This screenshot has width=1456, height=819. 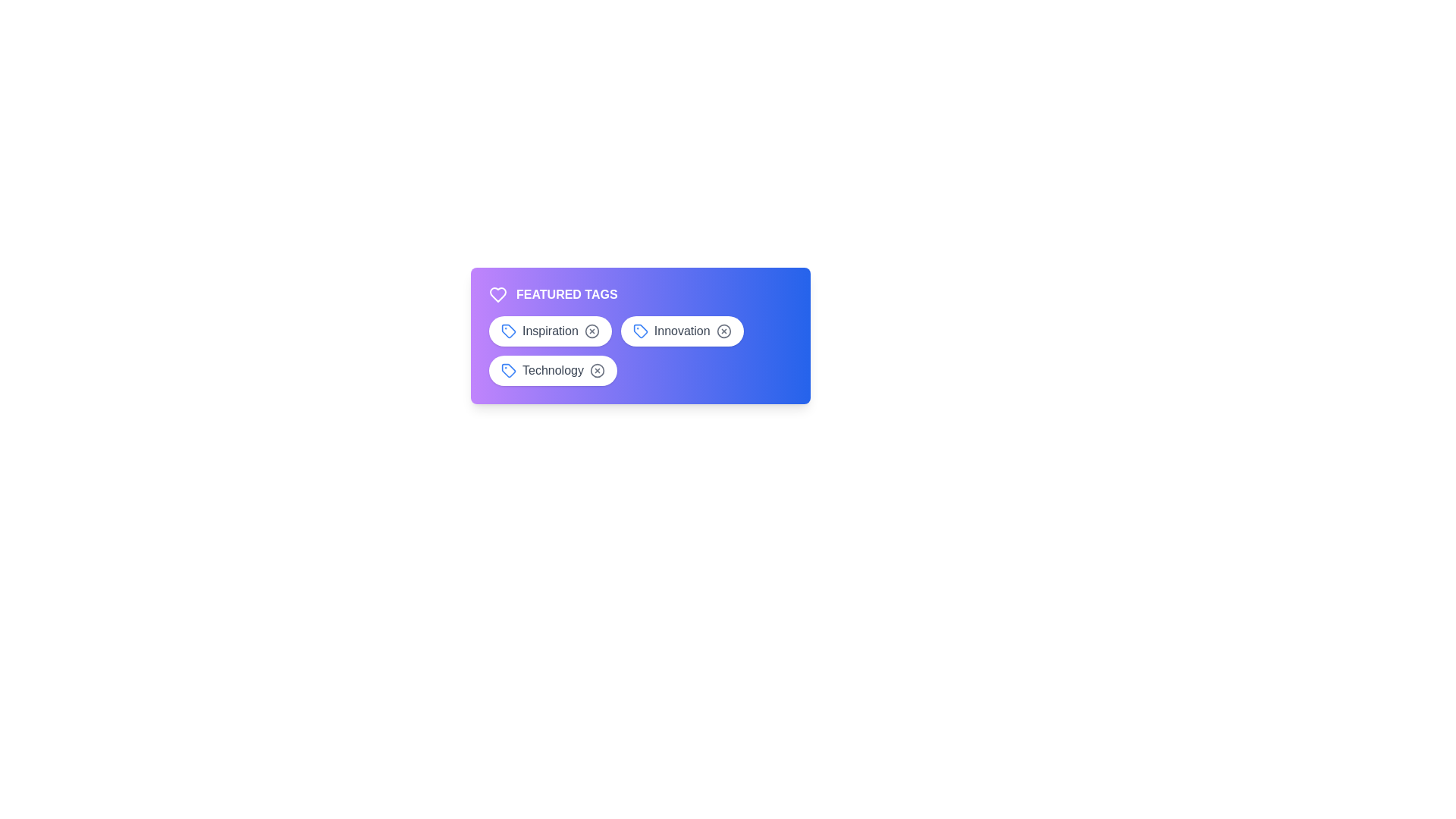 What do you see at coordinates (549, 330) in the screenshot?
I see `the text label displaying 'Inspiration' in a medium, gray font style, which is positioned within a rounded white tag with a shadow effect in the top-left corner of the tag group` at bounding box center [549, 330].